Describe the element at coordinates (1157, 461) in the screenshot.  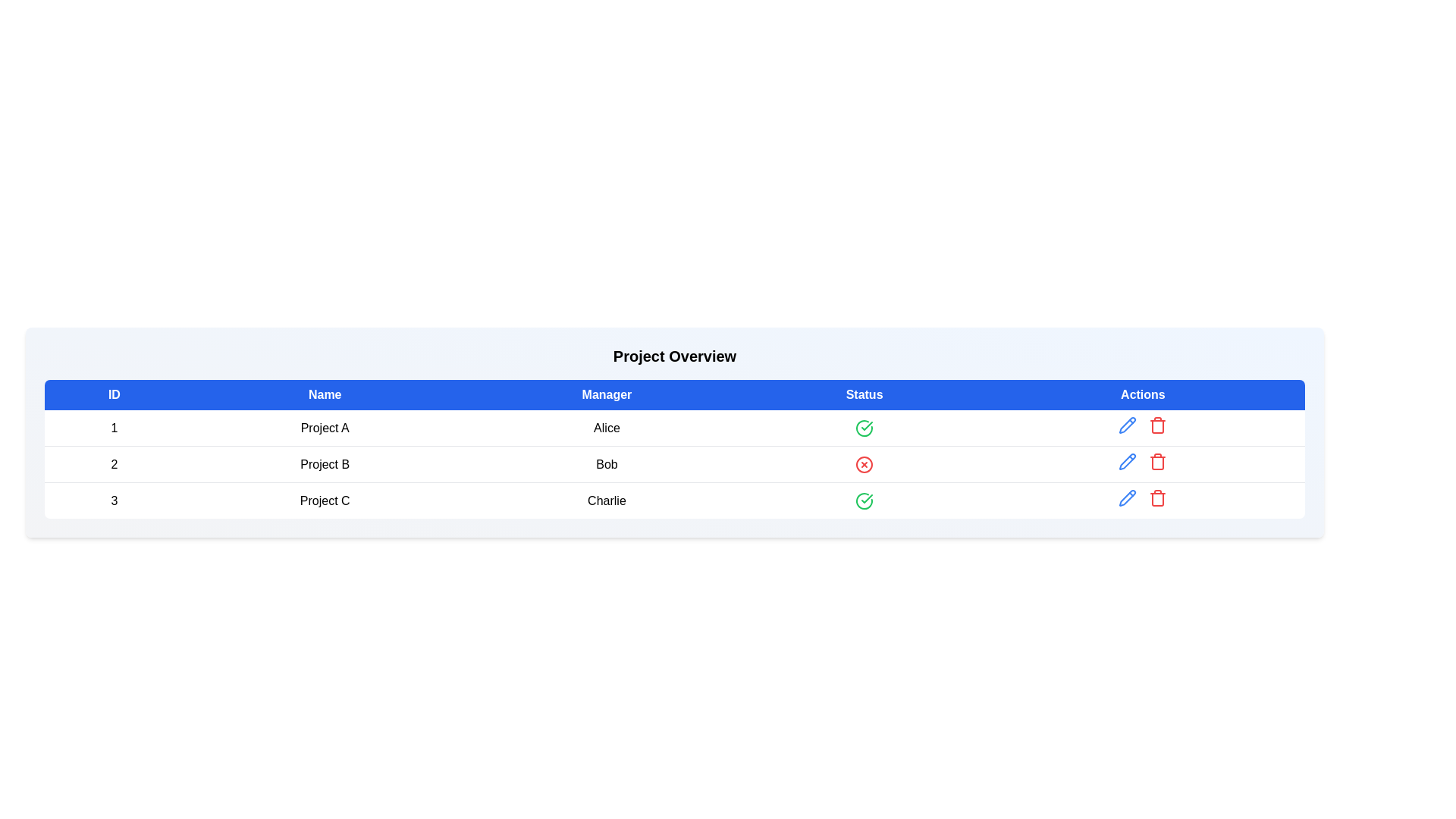
I see `the delete button located` at that location.